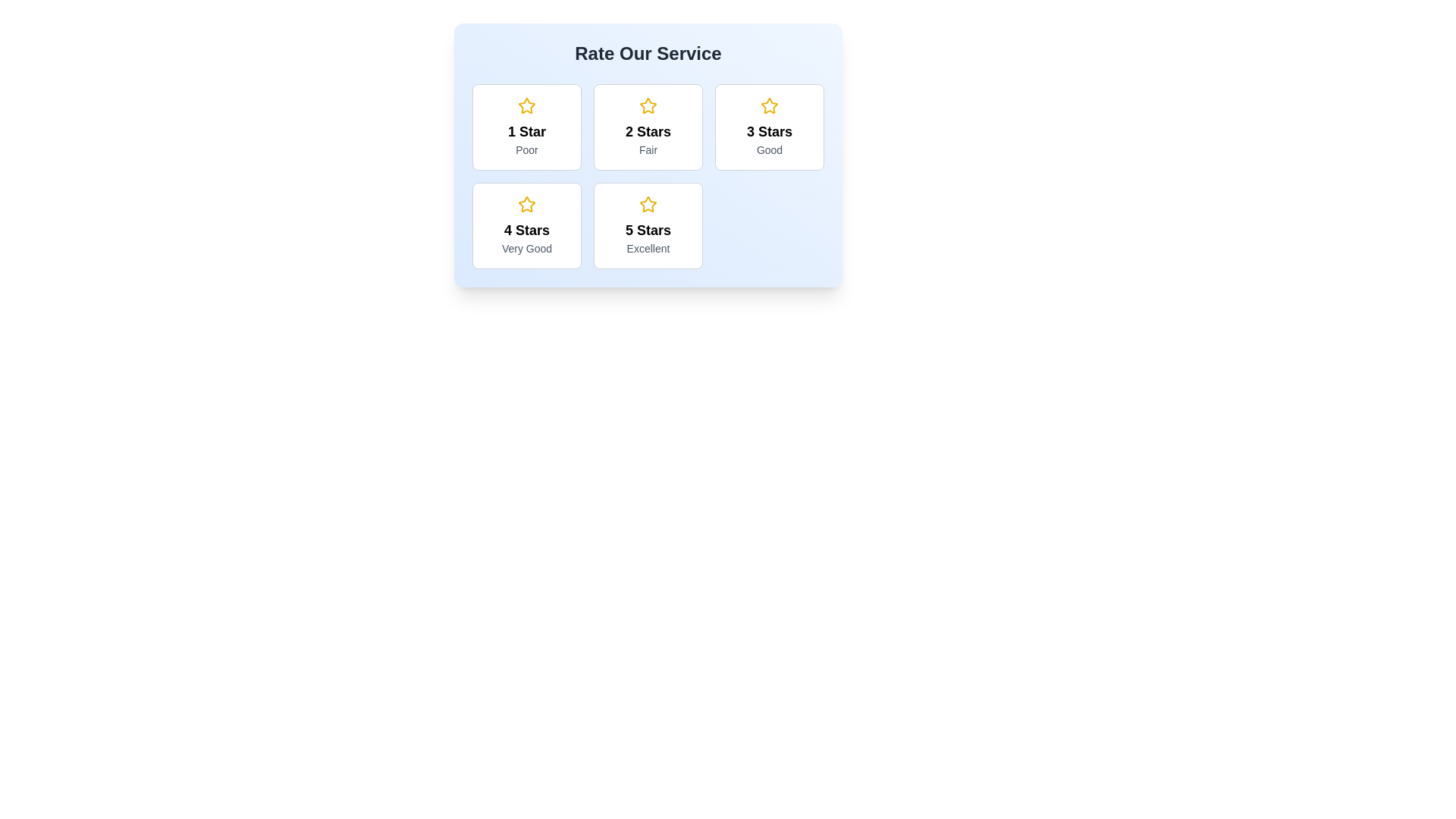 The width and height of the screenshot is (1456, 819). What do you see at coordinates (527, 105) in the screenshot?
I see `the one-star rating icon, which is located in the top-left box of the rating options grid` at bounding box center [527, 105].